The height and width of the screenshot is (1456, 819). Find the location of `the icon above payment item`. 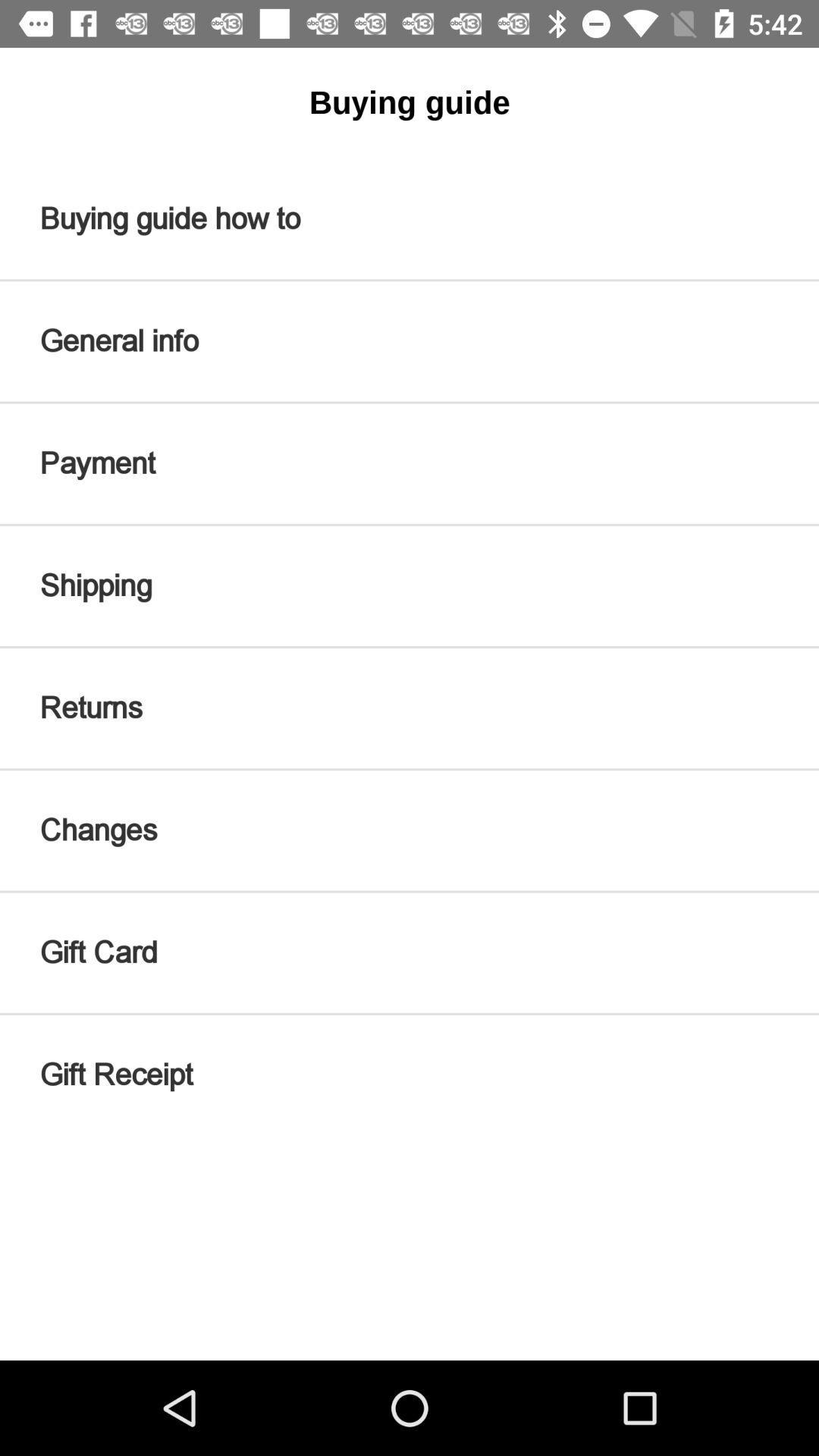

the icon above payment item is located at coordinates (409, 340).